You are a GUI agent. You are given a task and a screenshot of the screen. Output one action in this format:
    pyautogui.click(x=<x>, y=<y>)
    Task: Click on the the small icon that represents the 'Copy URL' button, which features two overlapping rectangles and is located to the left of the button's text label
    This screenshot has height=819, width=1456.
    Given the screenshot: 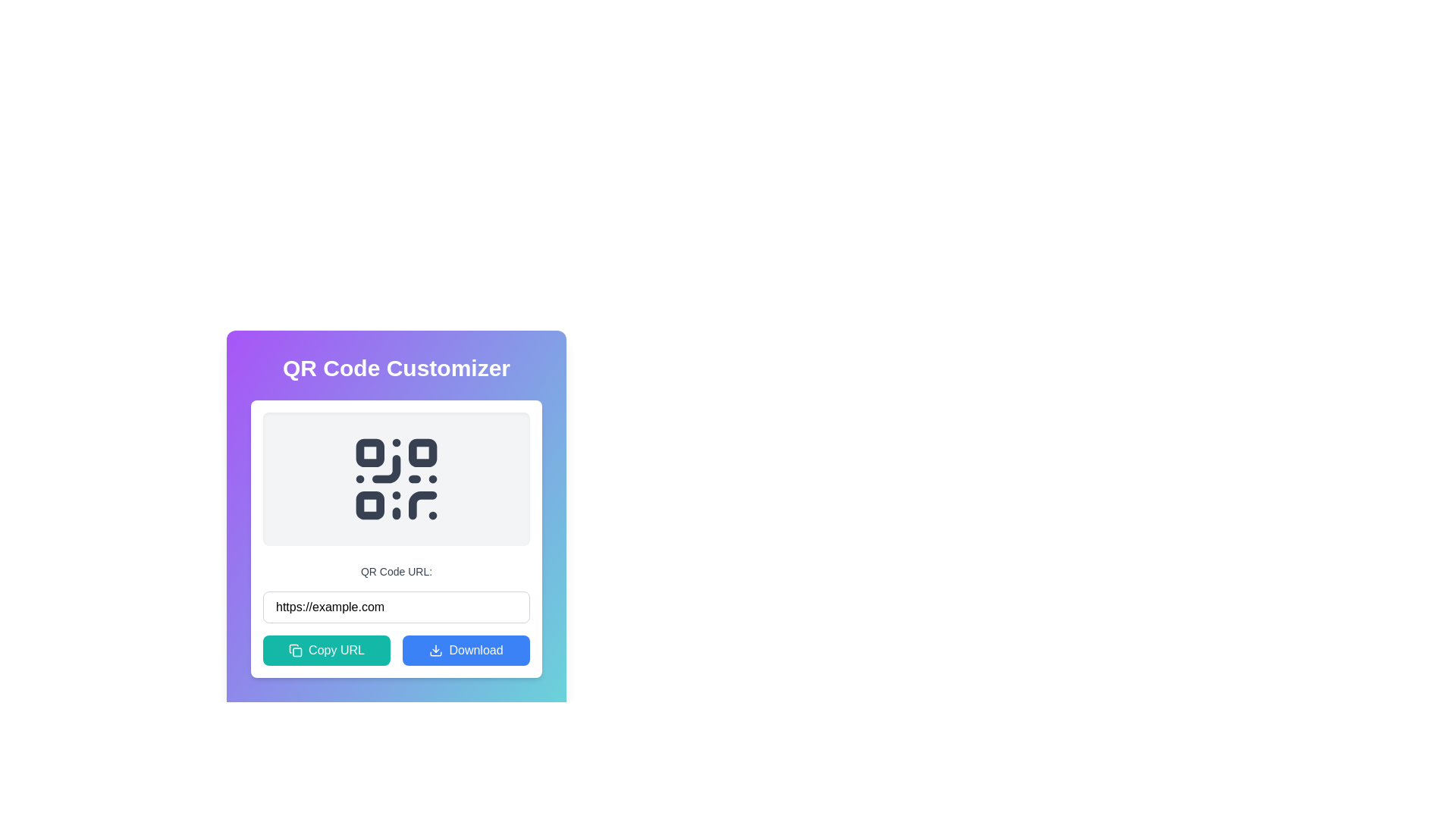 What is the action you would take?
    pyautogui.click(x=296, y=649)
    